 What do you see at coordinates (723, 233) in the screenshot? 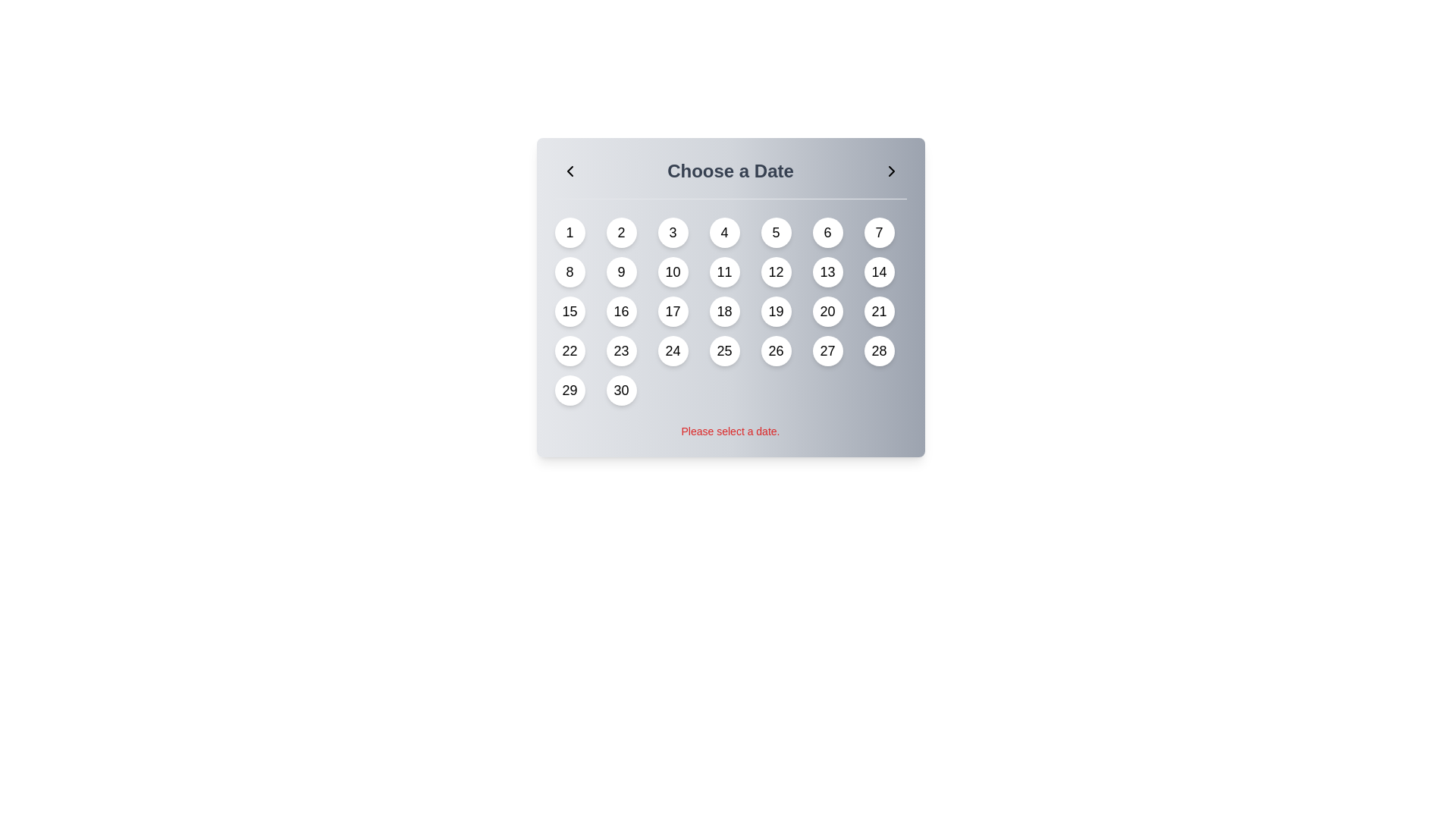
I see `the button representing the number '4' in the first row, fourth column of the grid` at bounding box center [723, 233].